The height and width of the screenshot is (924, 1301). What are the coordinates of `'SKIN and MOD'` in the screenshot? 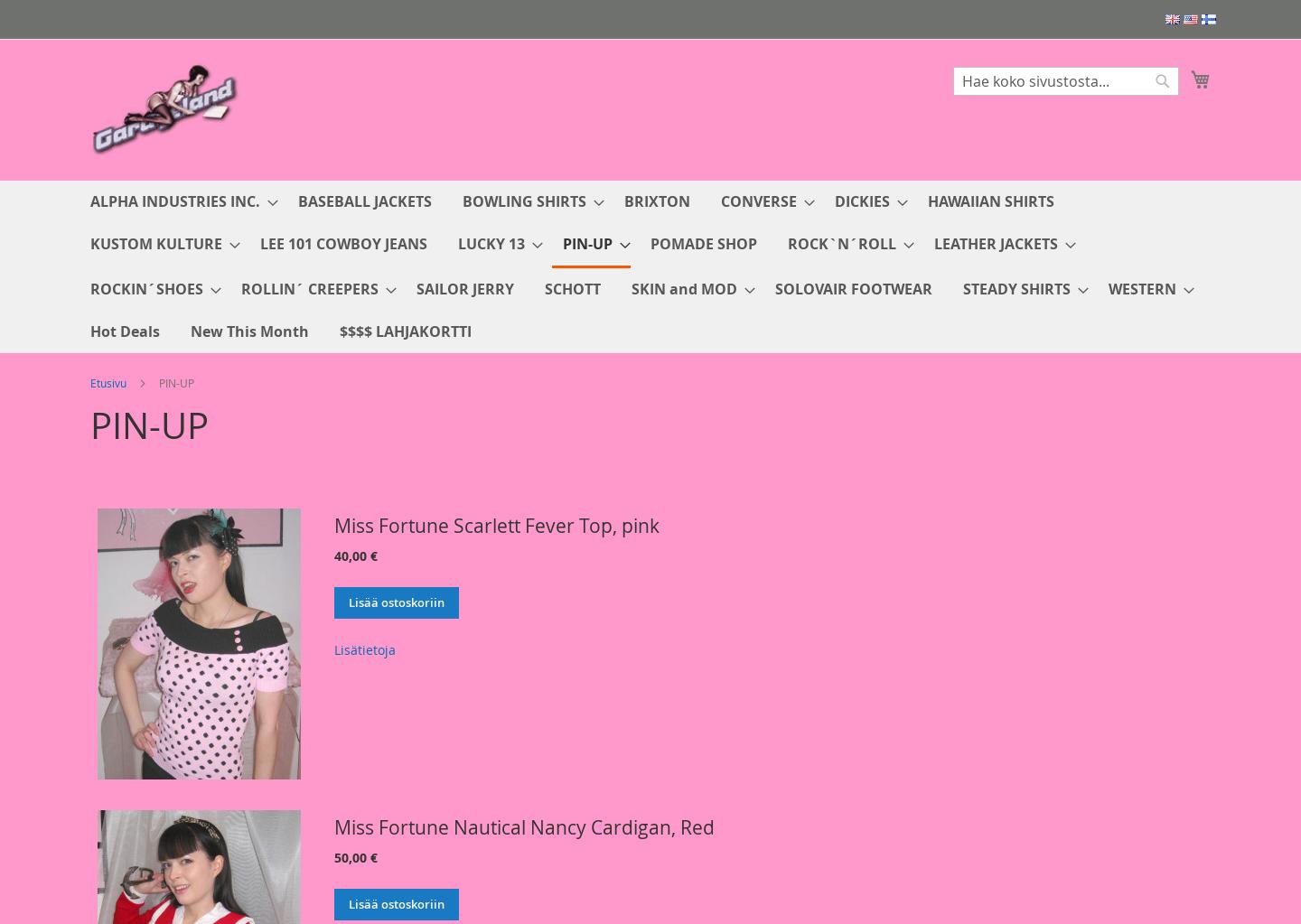 It's located at (683, 288).